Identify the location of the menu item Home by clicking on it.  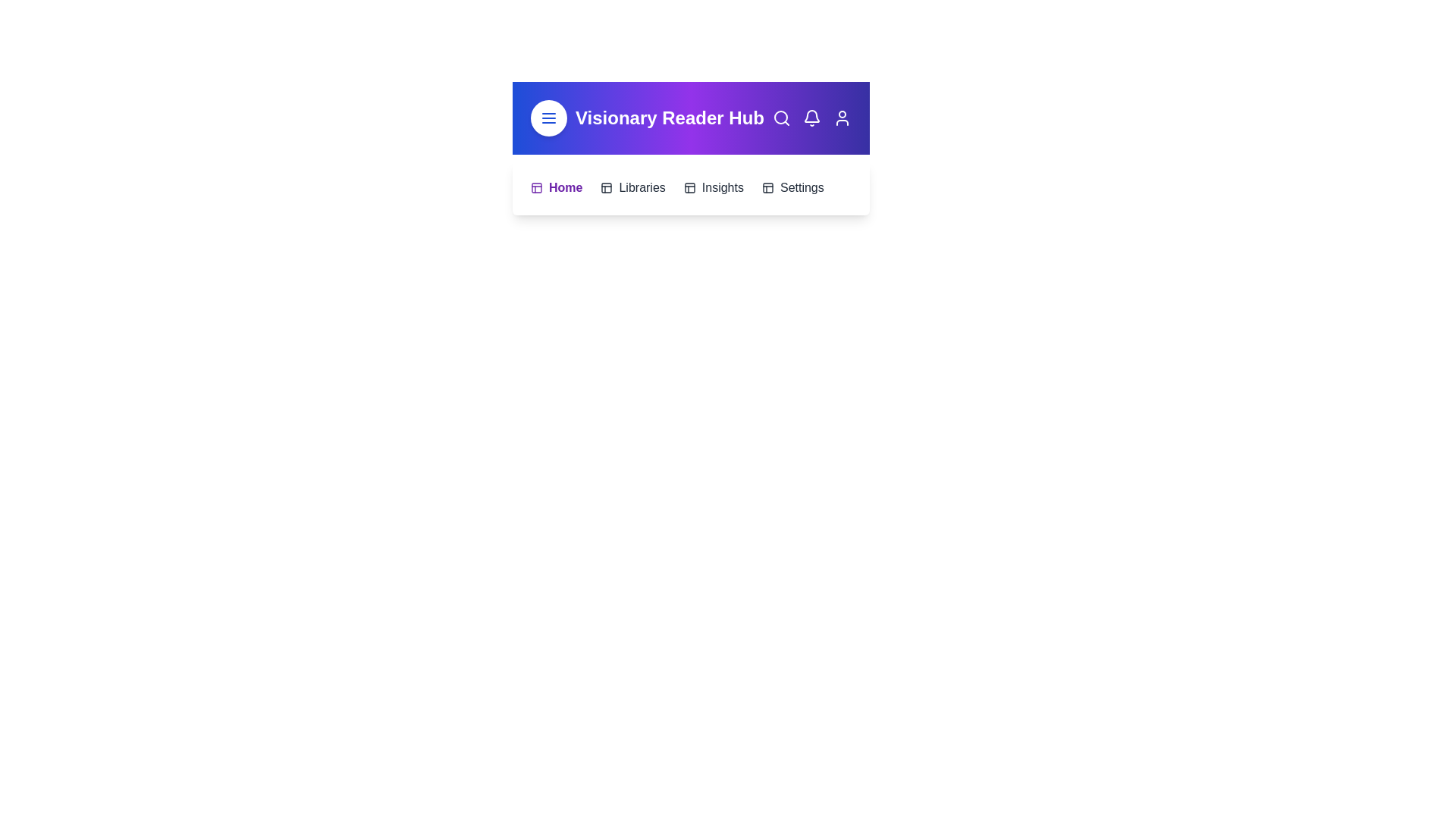
(556, 187).